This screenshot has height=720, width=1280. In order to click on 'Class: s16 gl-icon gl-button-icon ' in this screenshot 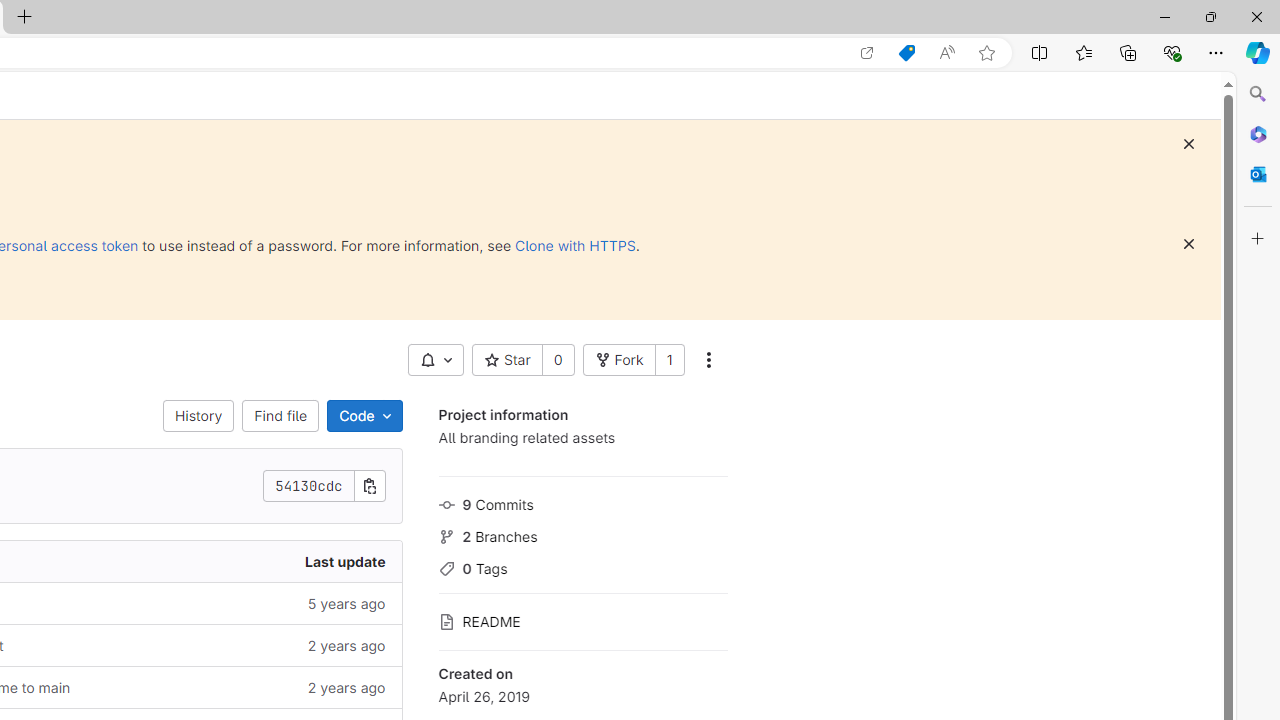, I will do `click(1189, 243)`.